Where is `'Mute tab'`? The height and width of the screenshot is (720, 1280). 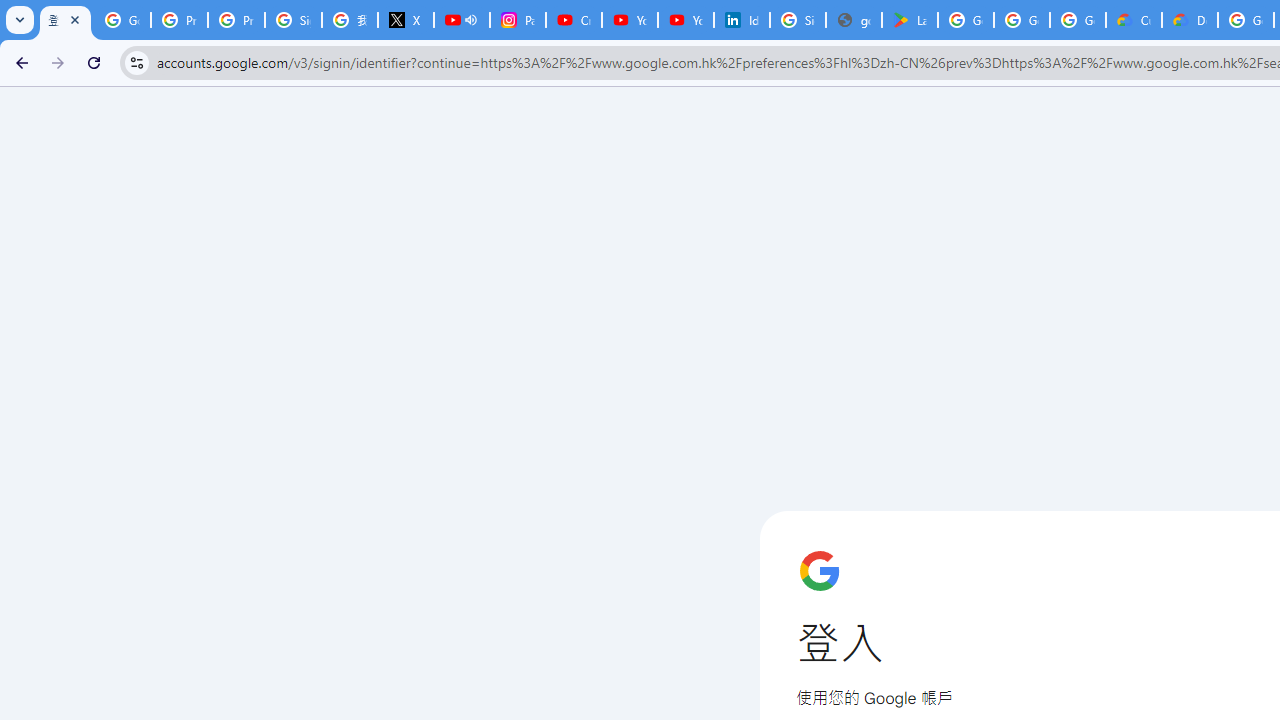
'Mute tab' is located at coordinates (470, 20).